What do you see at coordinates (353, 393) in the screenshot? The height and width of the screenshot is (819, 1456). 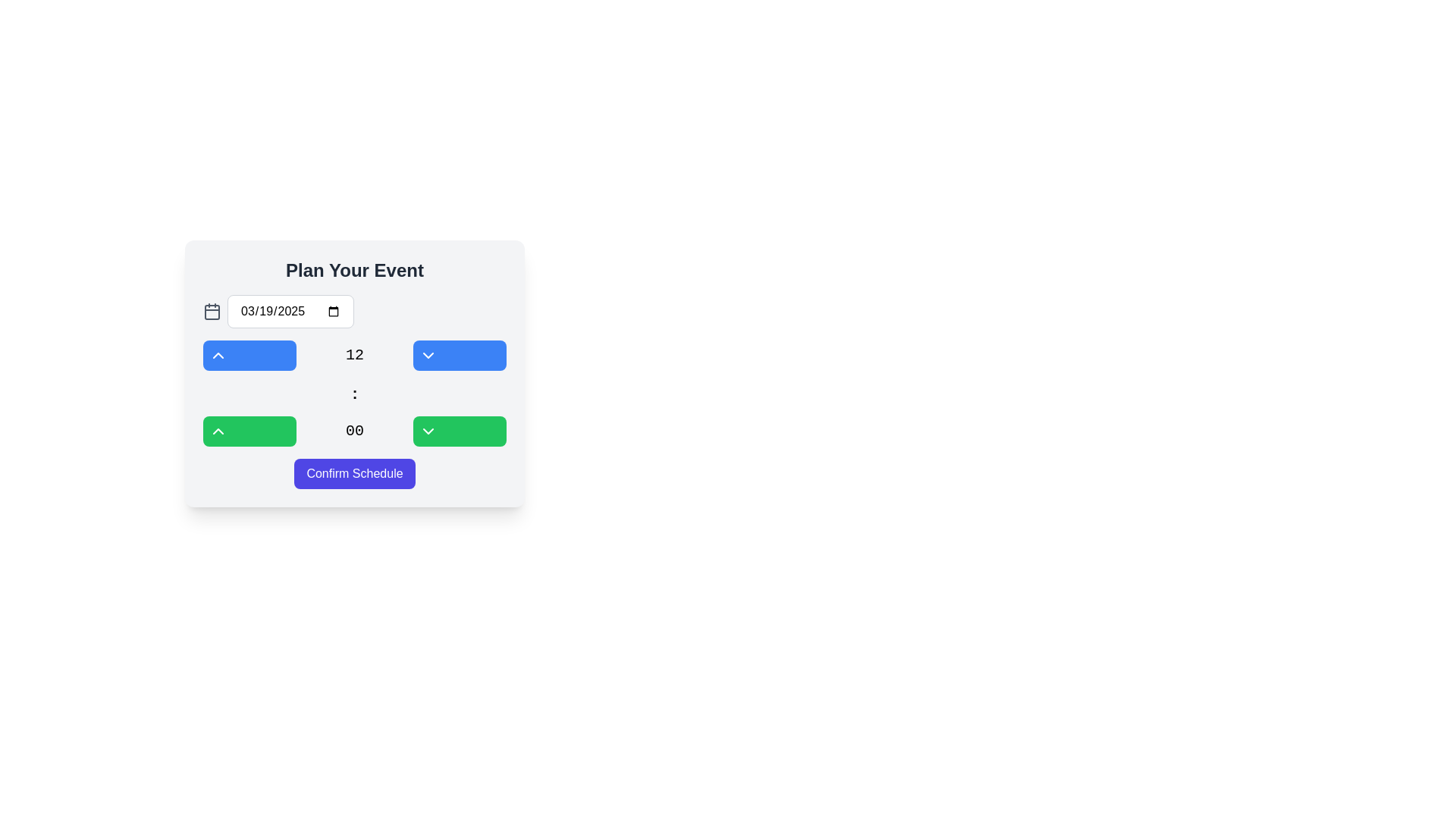 I see `the text element that serves as a visual separator for hours and minutes in the time display of the scheduling form, located centrally between the '12' and '00' text elements` at bounding box center [353, 393].